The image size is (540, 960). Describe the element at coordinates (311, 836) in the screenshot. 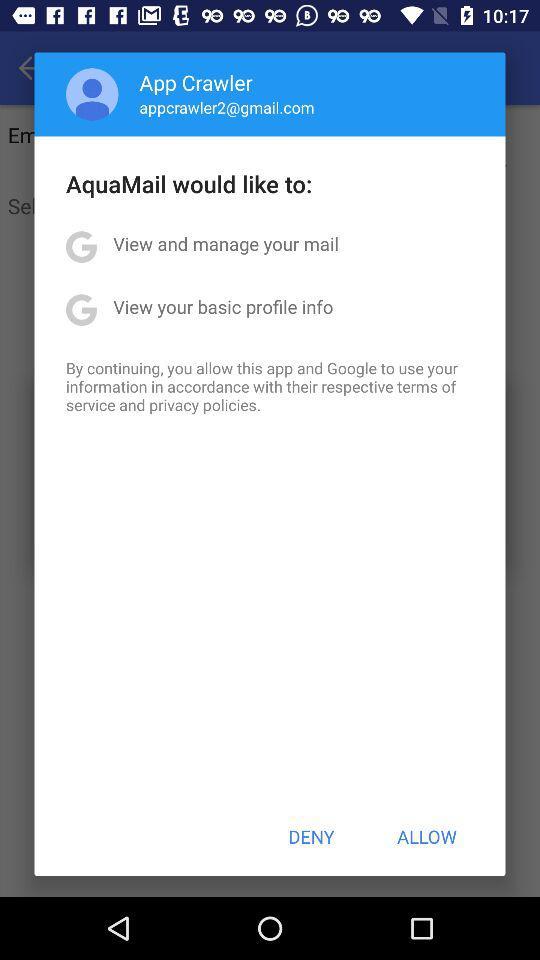

I see `the deny icon` at that location.